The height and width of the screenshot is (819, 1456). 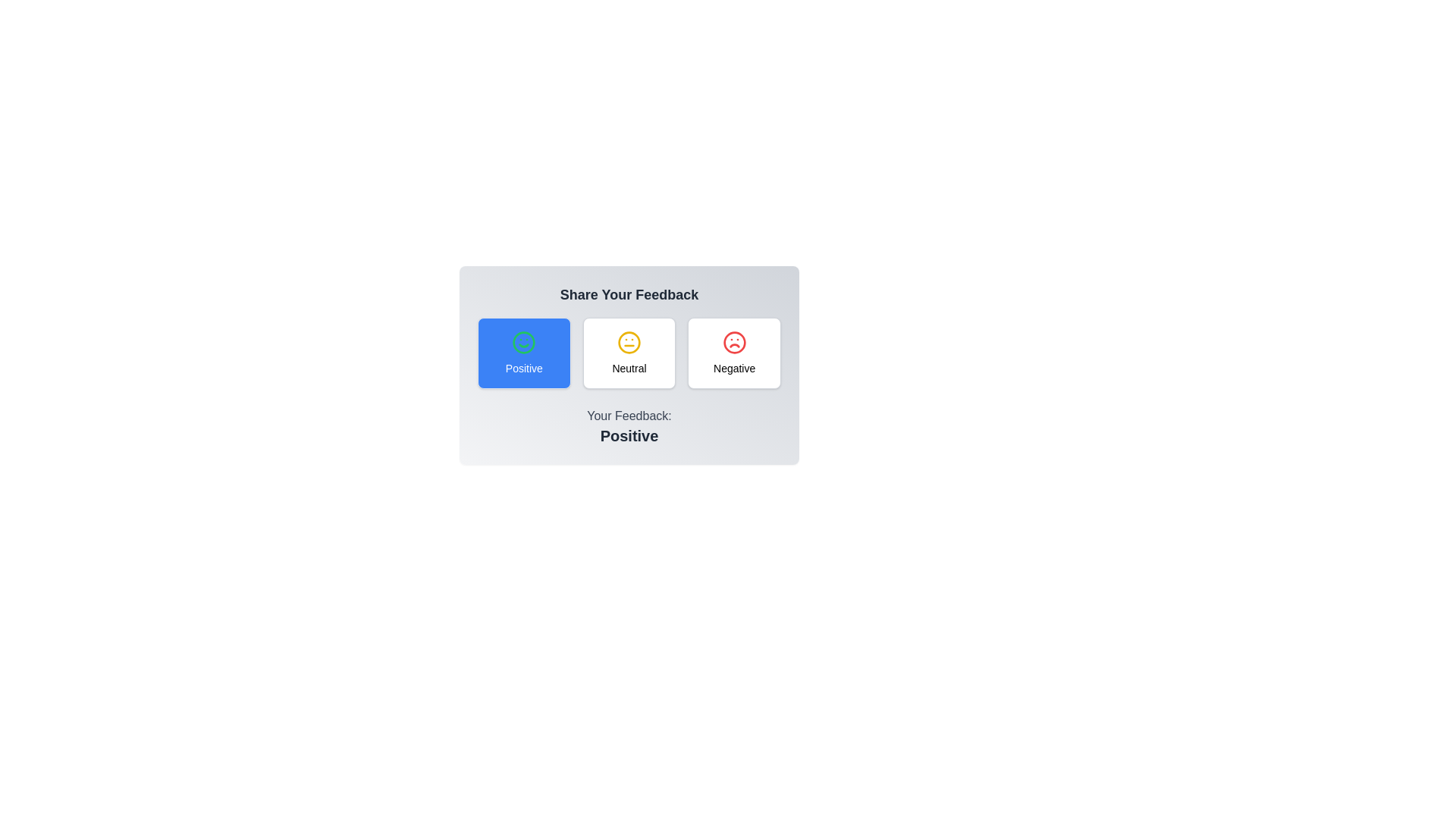 I want to click on the feedback option Neutral, so click(x=629, y=353).